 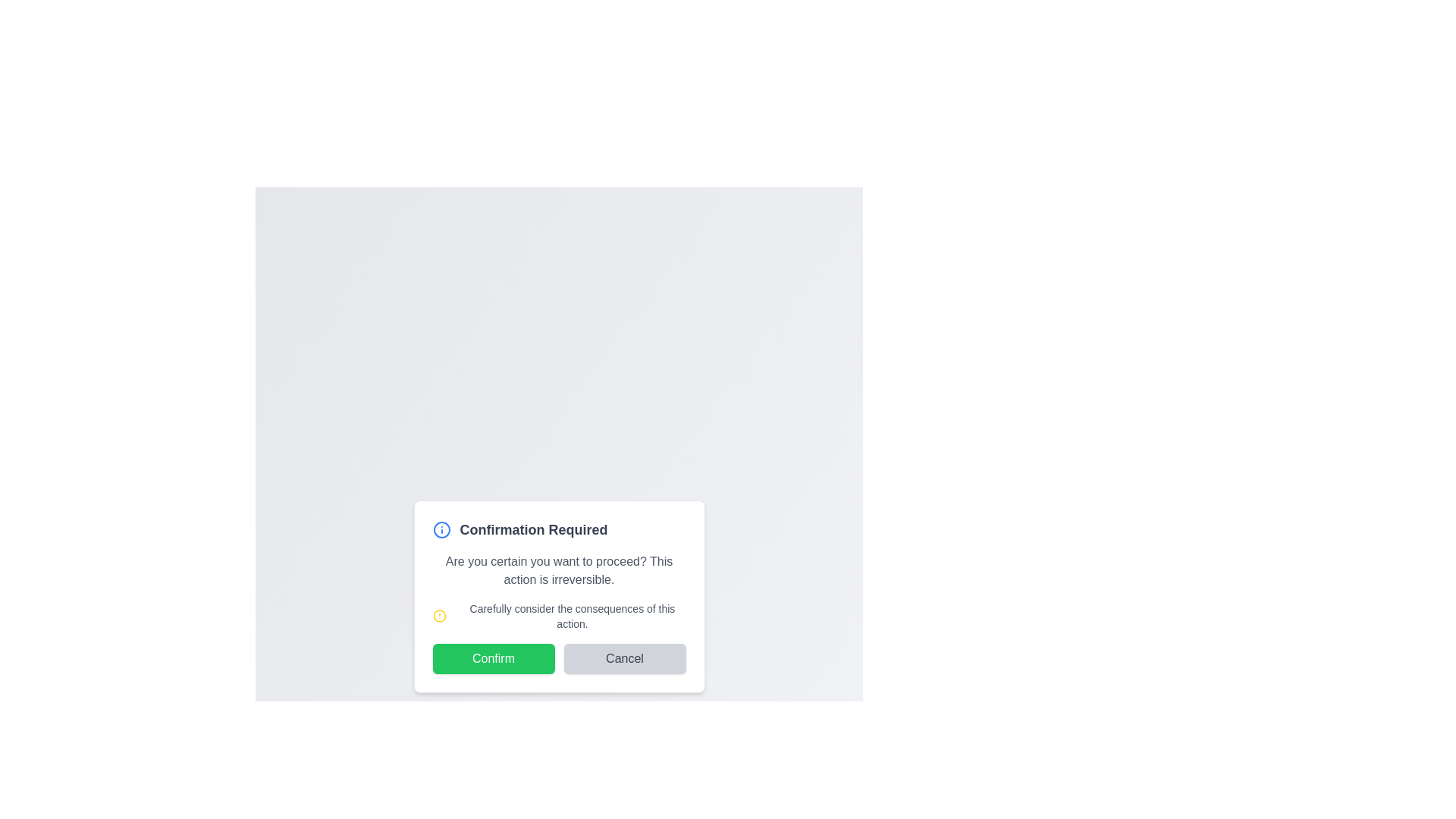 I want to click on the third instructional text within the confirmation dialog box that emphasizes caution before taking an irreversible action, so click(x=558, y=617).